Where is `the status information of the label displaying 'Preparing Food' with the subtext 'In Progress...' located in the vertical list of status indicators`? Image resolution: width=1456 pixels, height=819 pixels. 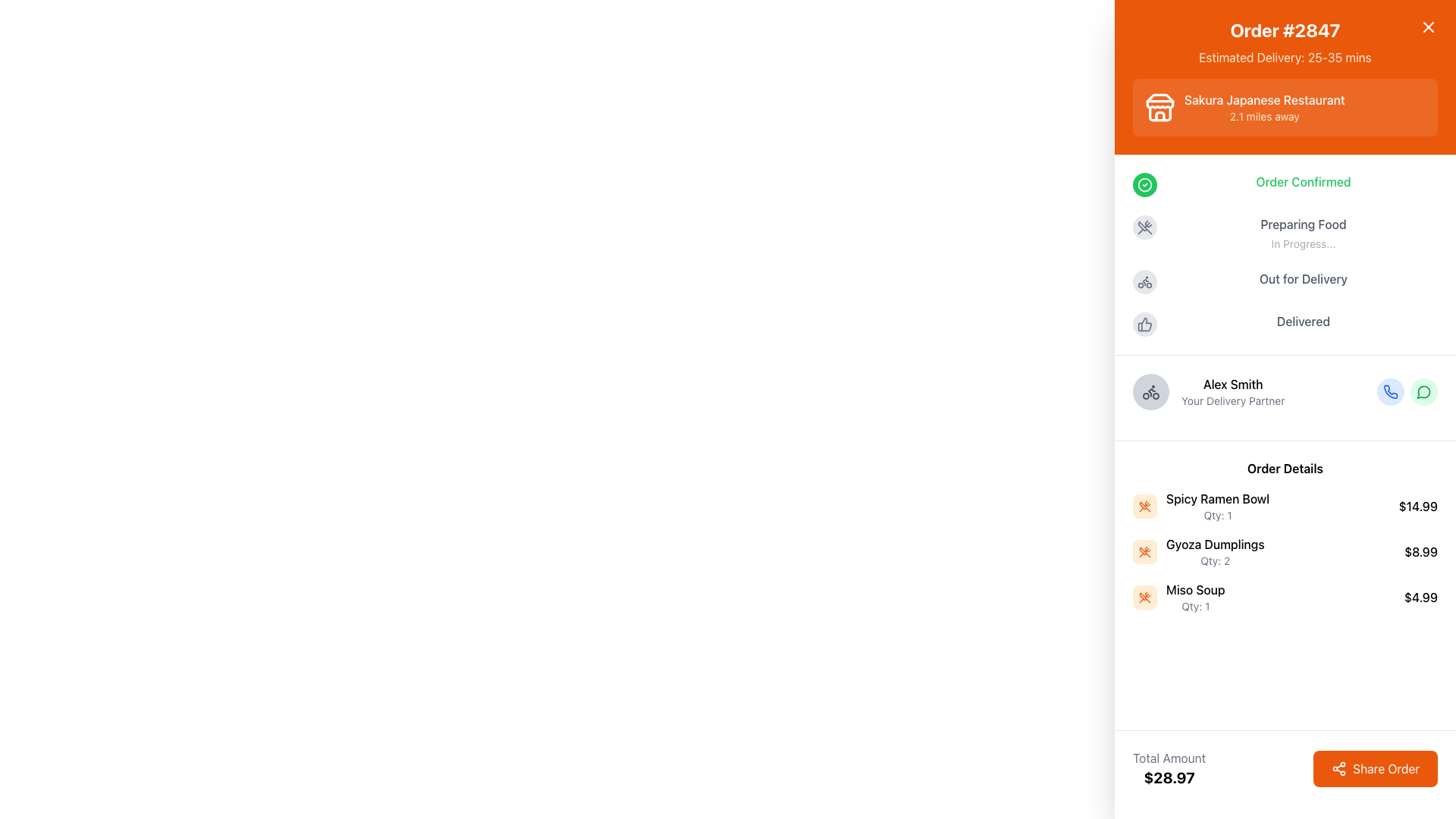
the status information of the label displaying 'Preparing Food' with the subtext 'In Progress...' located in the vertical list of status indicators is located at coordinates (1284, 234).